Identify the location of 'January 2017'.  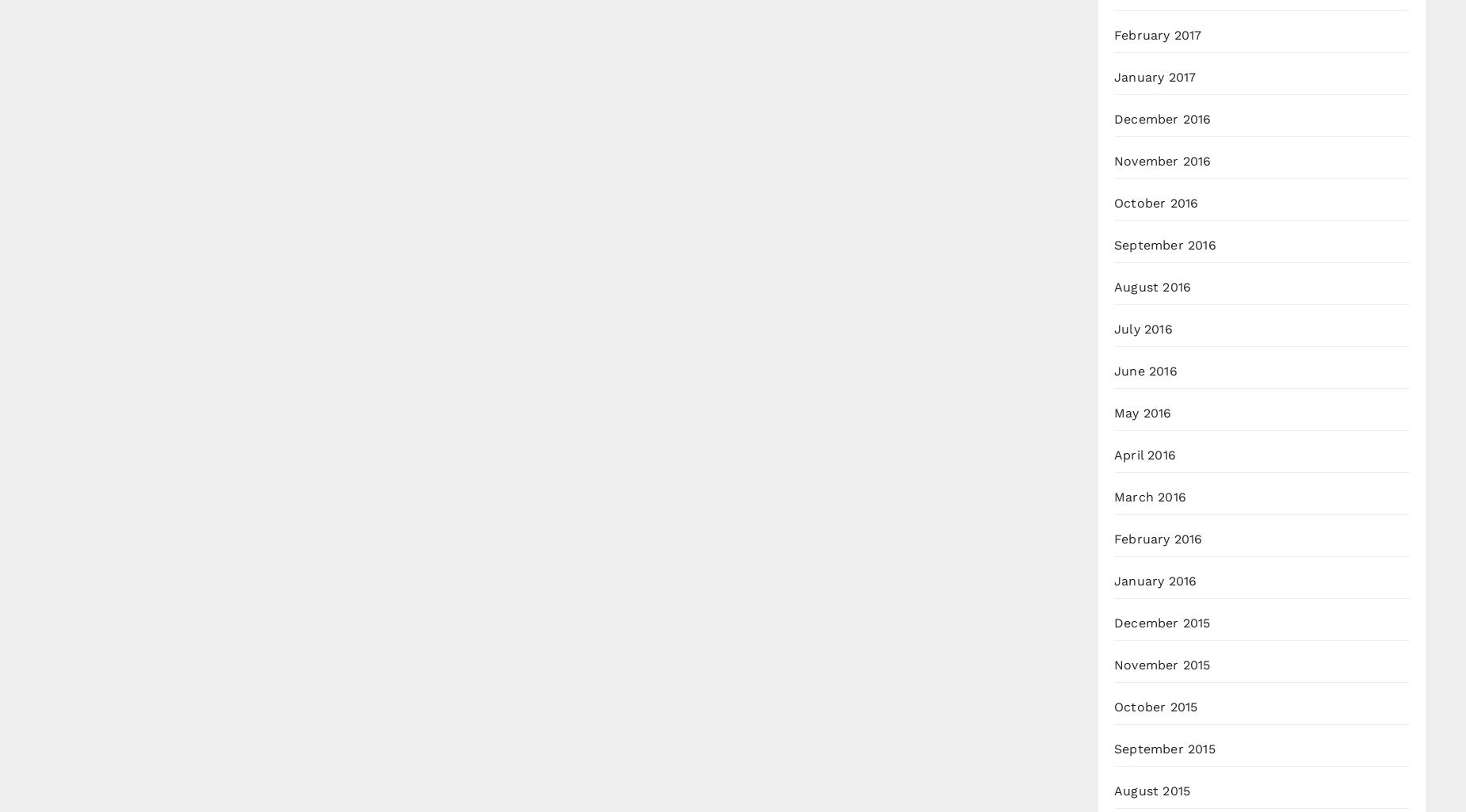
(1155, 77).